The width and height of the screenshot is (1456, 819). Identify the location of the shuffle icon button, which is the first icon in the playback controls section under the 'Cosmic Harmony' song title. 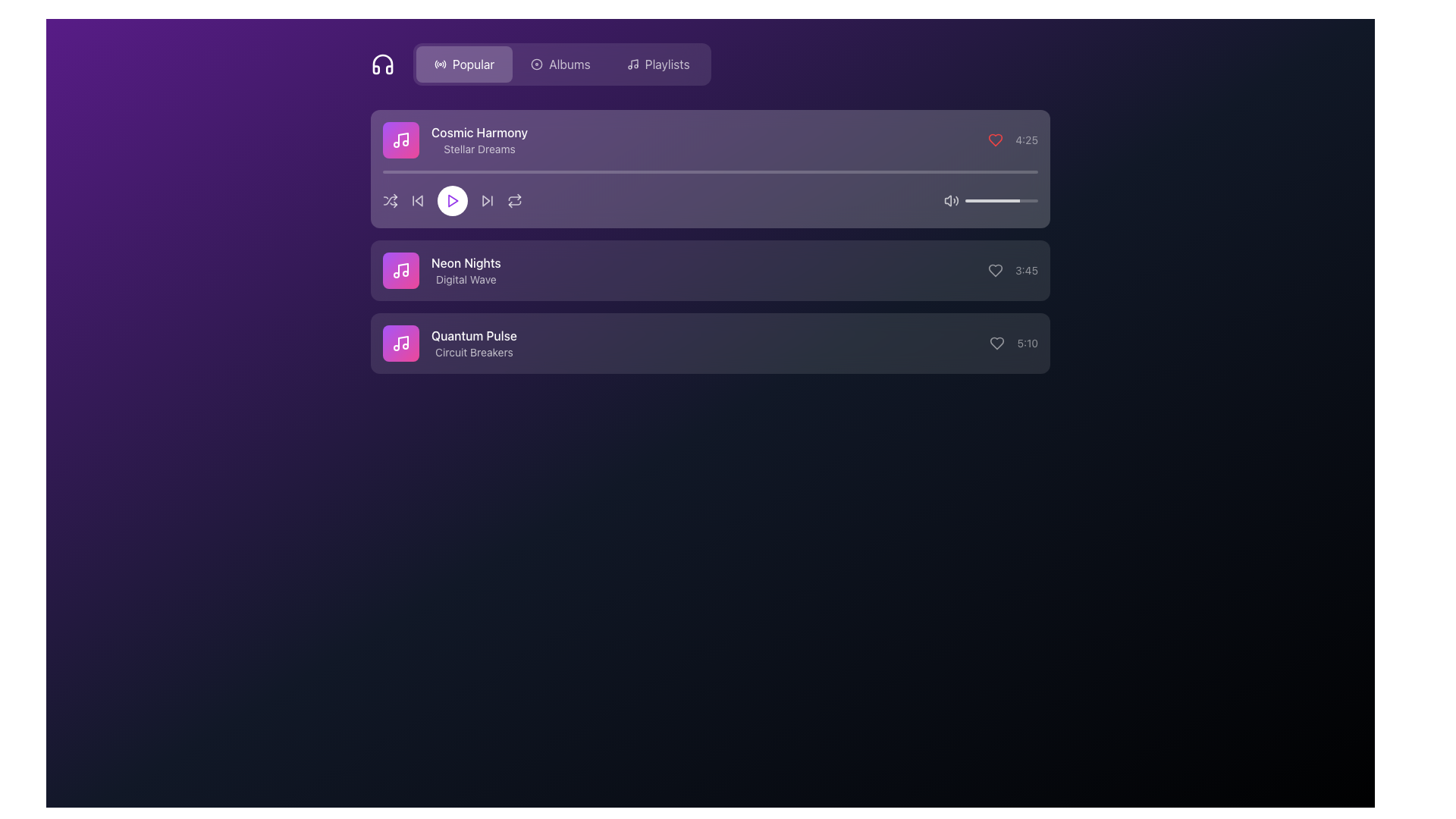
(390, 200).